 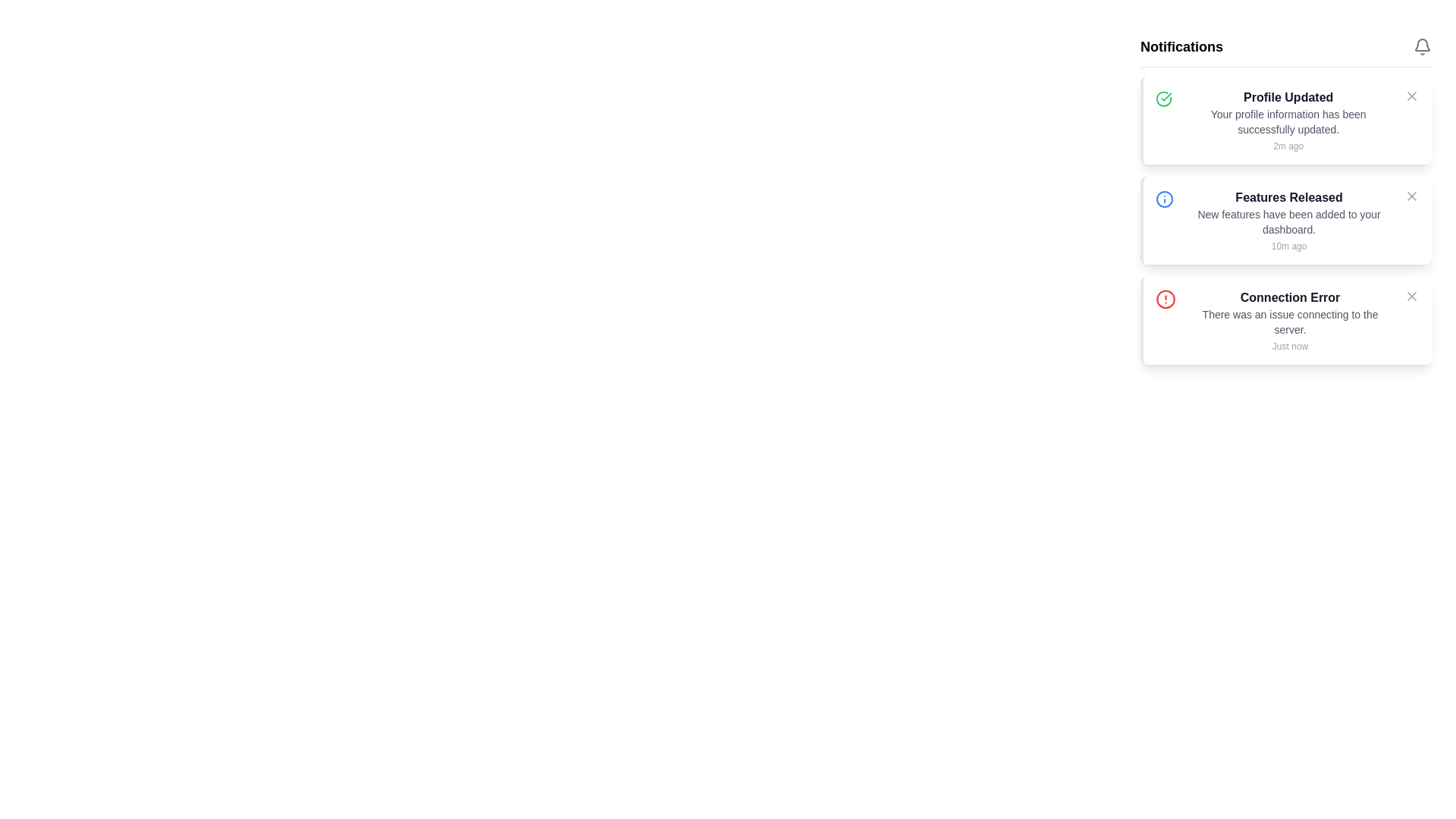 What do you see at coordinates (1422, 45) in the screenshot?
I see `the bell icon to acknowledge it` at bounding box center [1422, 45].